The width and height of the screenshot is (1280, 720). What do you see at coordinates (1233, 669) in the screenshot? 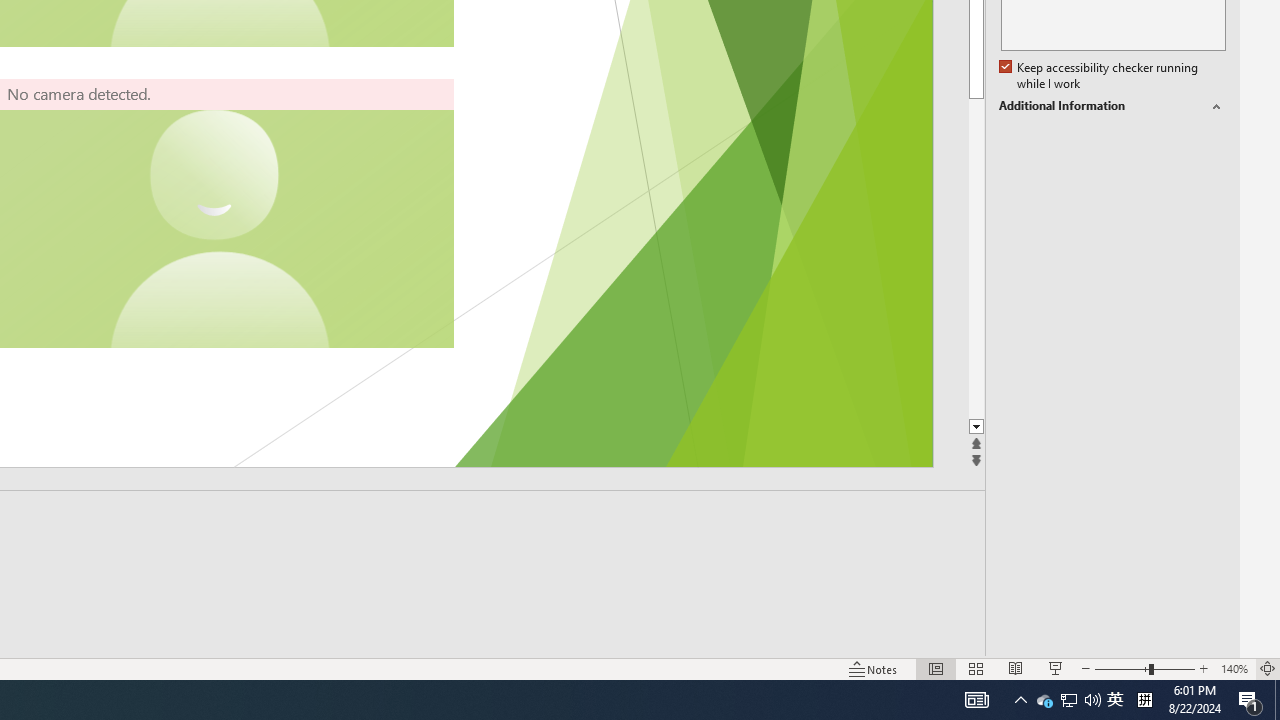
I see `'Zoom 140%'` at bounding box center [1233, 669].